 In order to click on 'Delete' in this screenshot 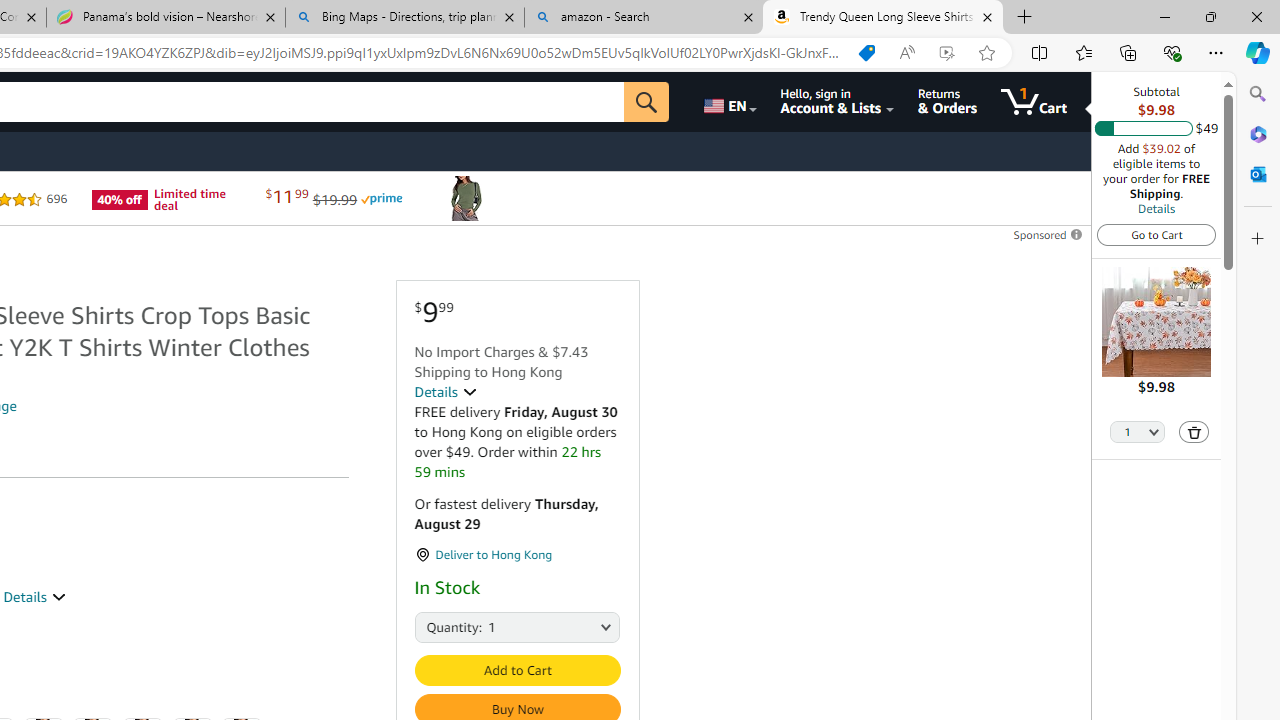, I will do `click(1194, 431)`.